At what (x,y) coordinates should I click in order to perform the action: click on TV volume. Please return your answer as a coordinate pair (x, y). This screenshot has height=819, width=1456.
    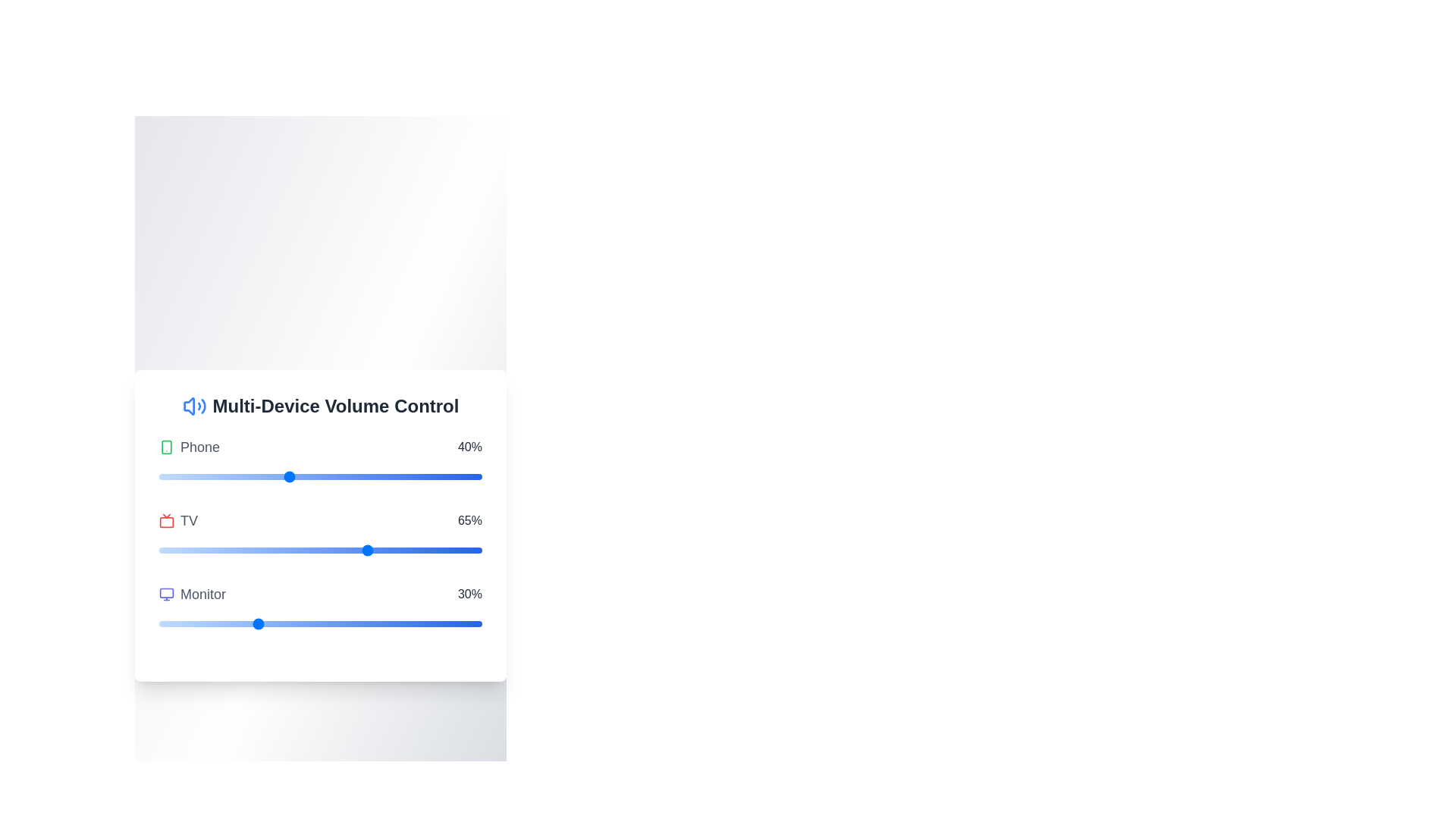
    Looking at the image, I should click on (362, 550).